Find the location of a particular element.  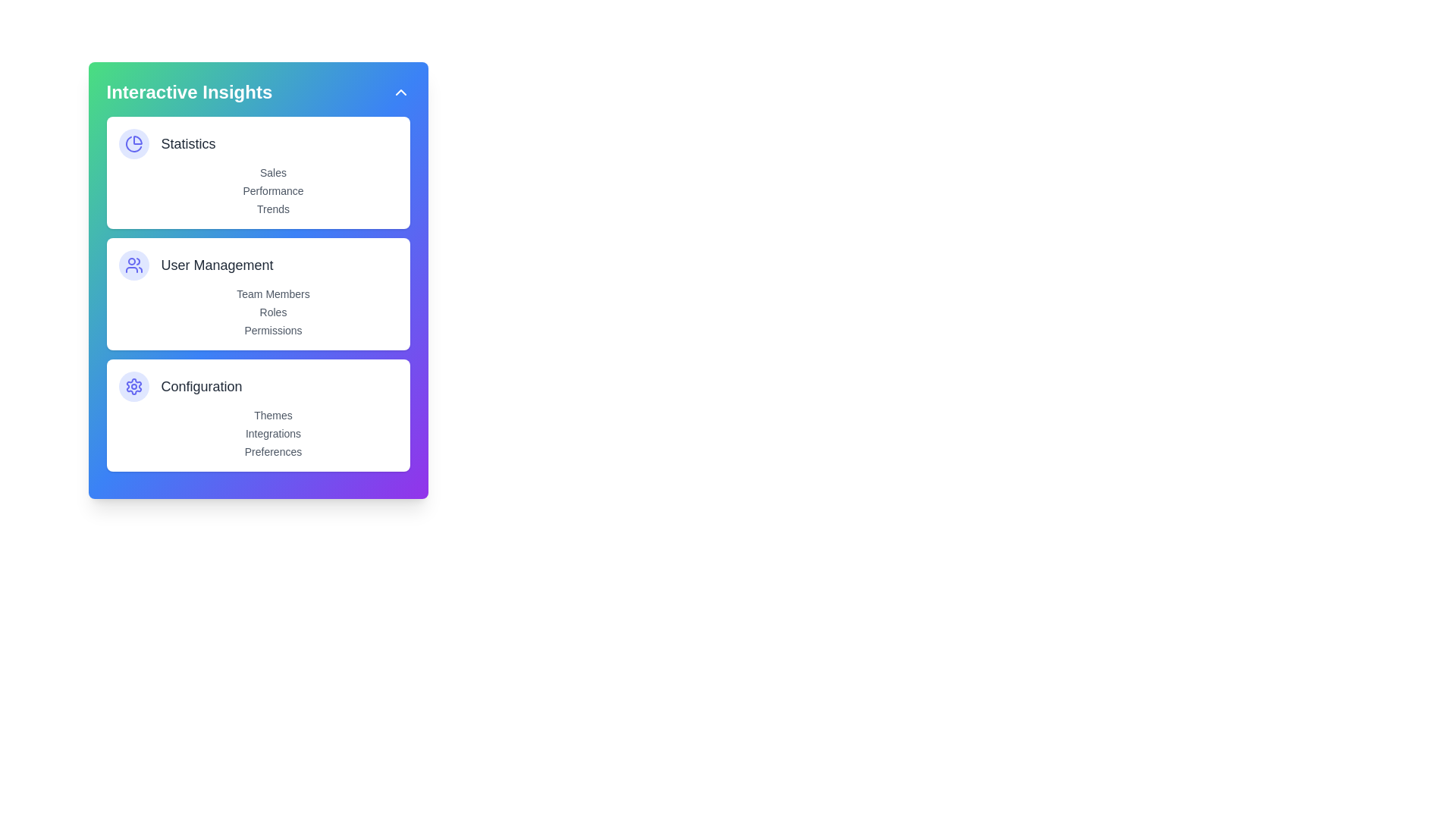

the icon of the section Configuration is located at coordinates (133, 385).